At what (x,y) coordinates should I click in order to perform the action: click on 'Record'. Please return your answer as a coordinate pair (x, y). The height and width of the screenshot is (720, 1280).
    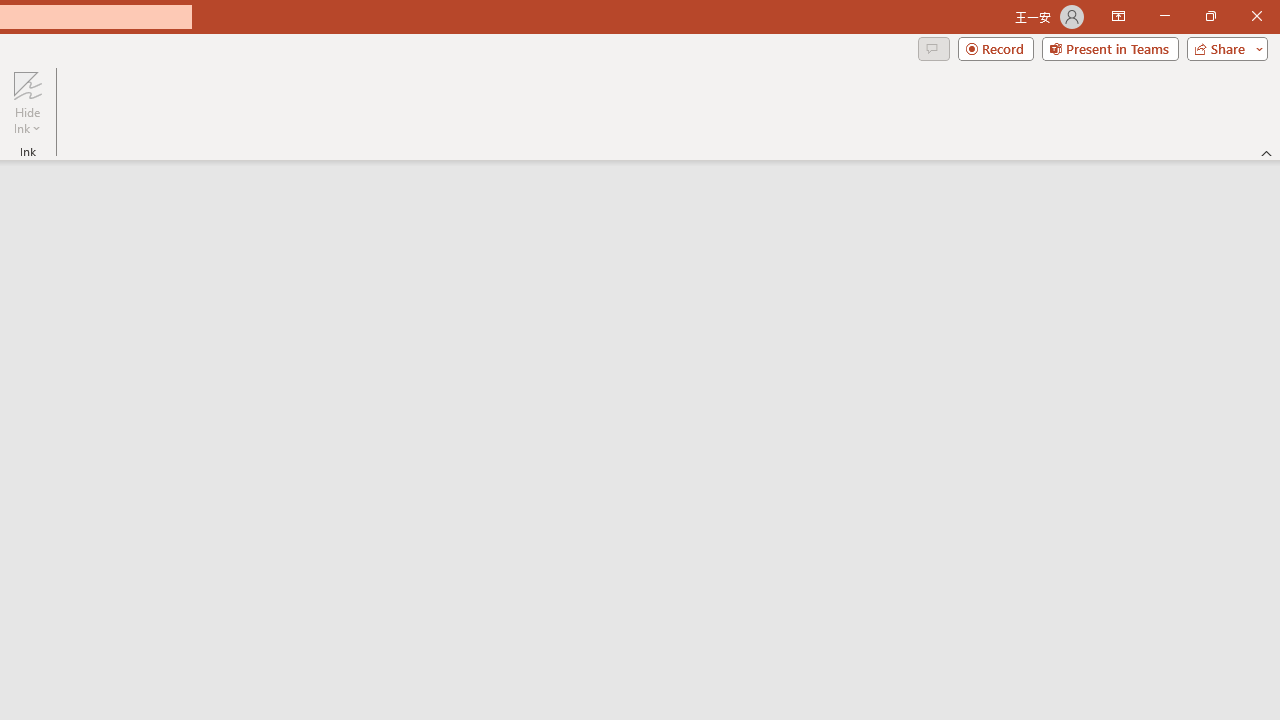
    Looking at the image, I should click on (995, 47).